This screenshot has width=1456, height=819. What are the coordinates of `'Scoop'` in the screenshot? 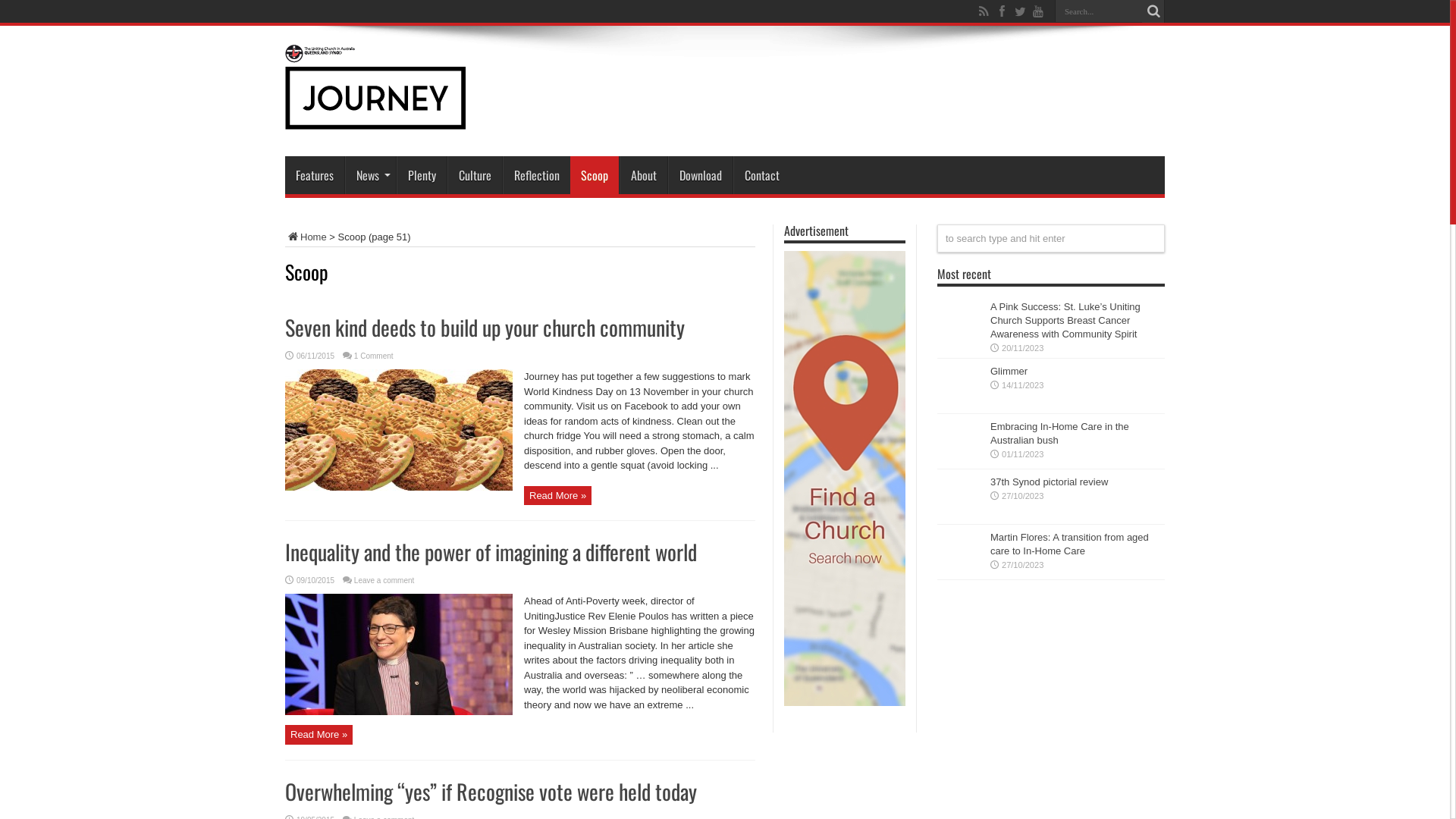 It's located at (593, 174).